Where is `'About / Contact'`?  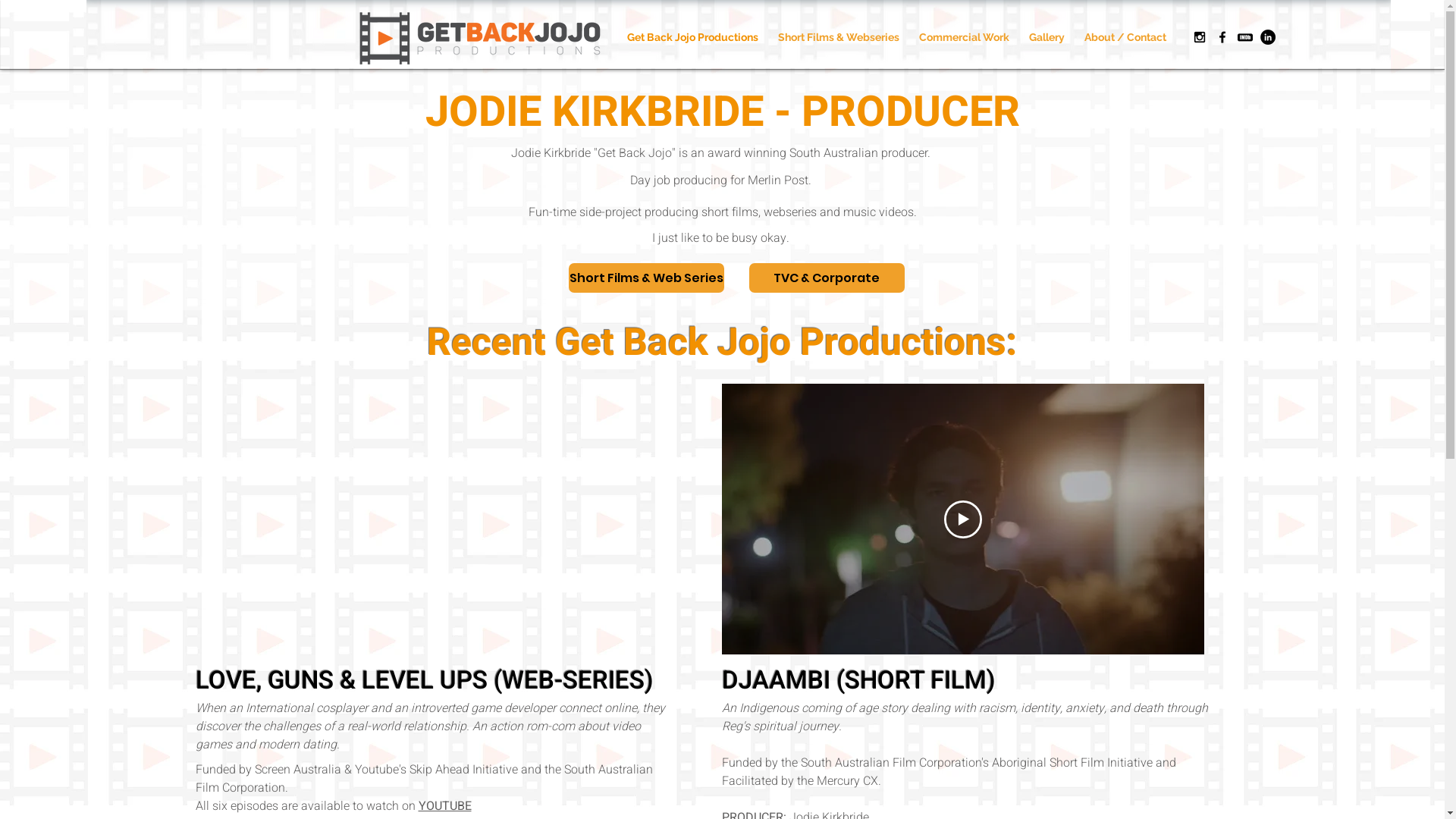 'About / Contact' is located at coordinates (1125, 36).